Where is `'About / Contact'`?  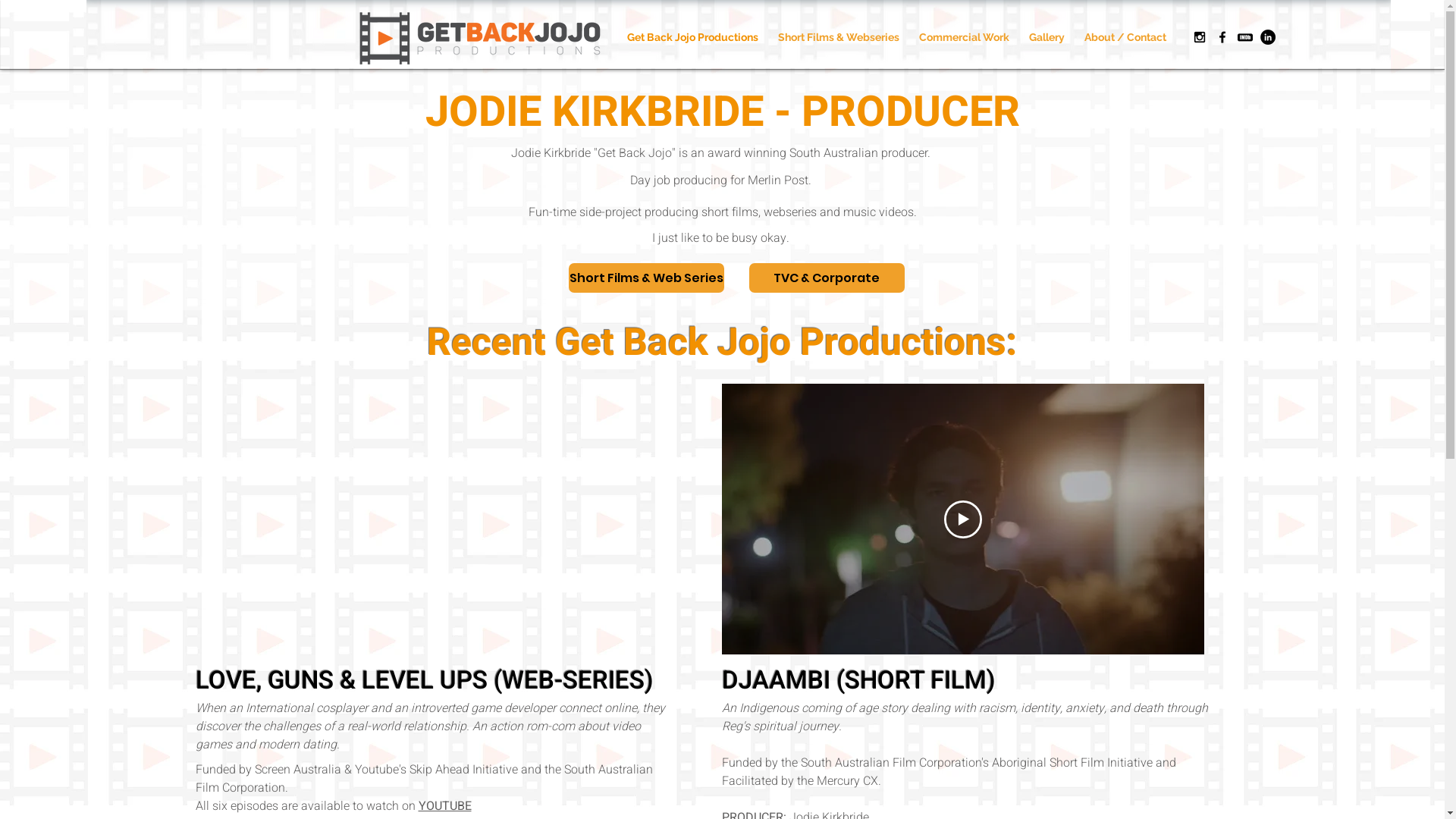 'About / Contact' is located at coordinates (1125, 36).